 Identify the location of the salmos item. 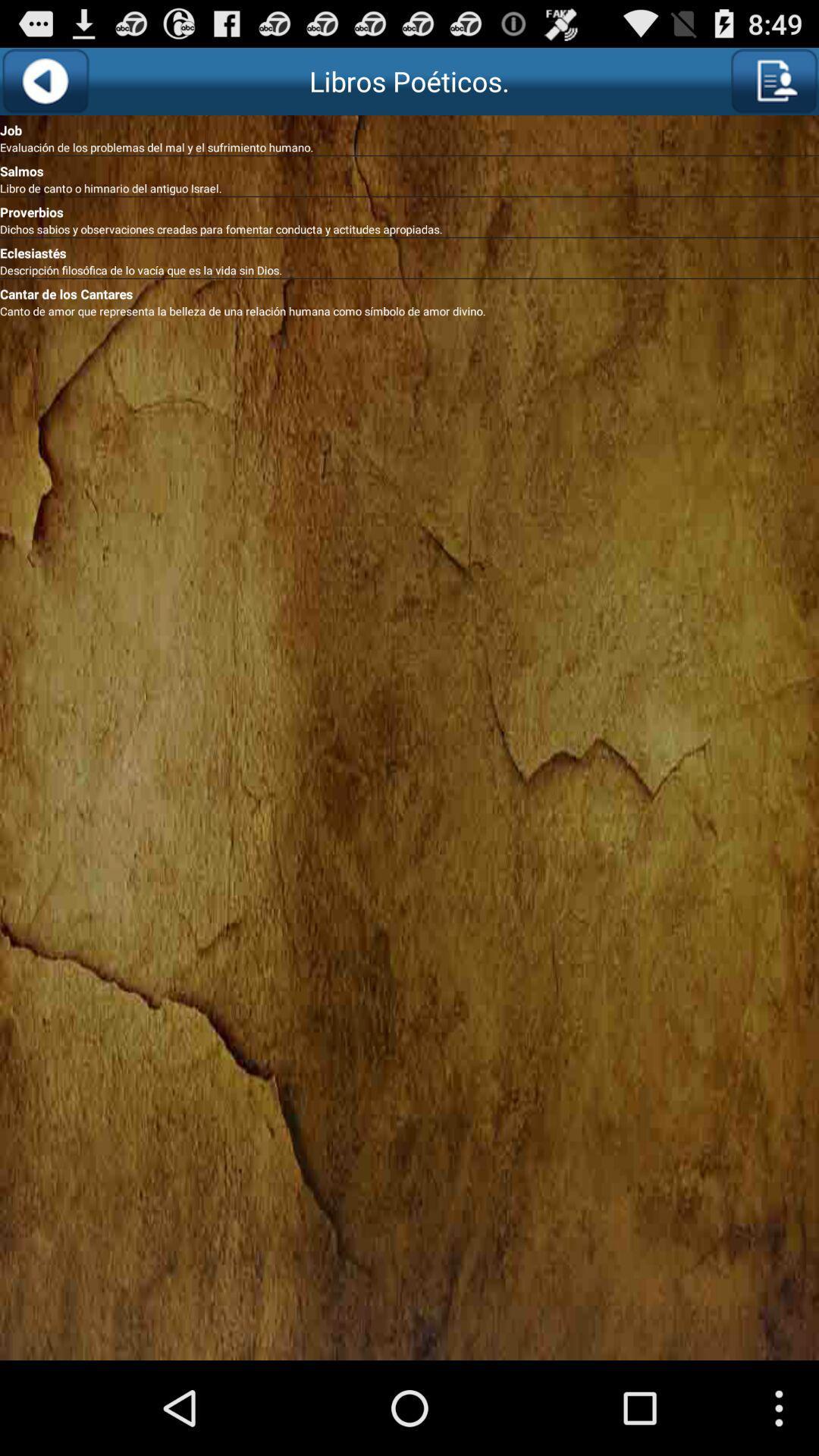
(409, 168).